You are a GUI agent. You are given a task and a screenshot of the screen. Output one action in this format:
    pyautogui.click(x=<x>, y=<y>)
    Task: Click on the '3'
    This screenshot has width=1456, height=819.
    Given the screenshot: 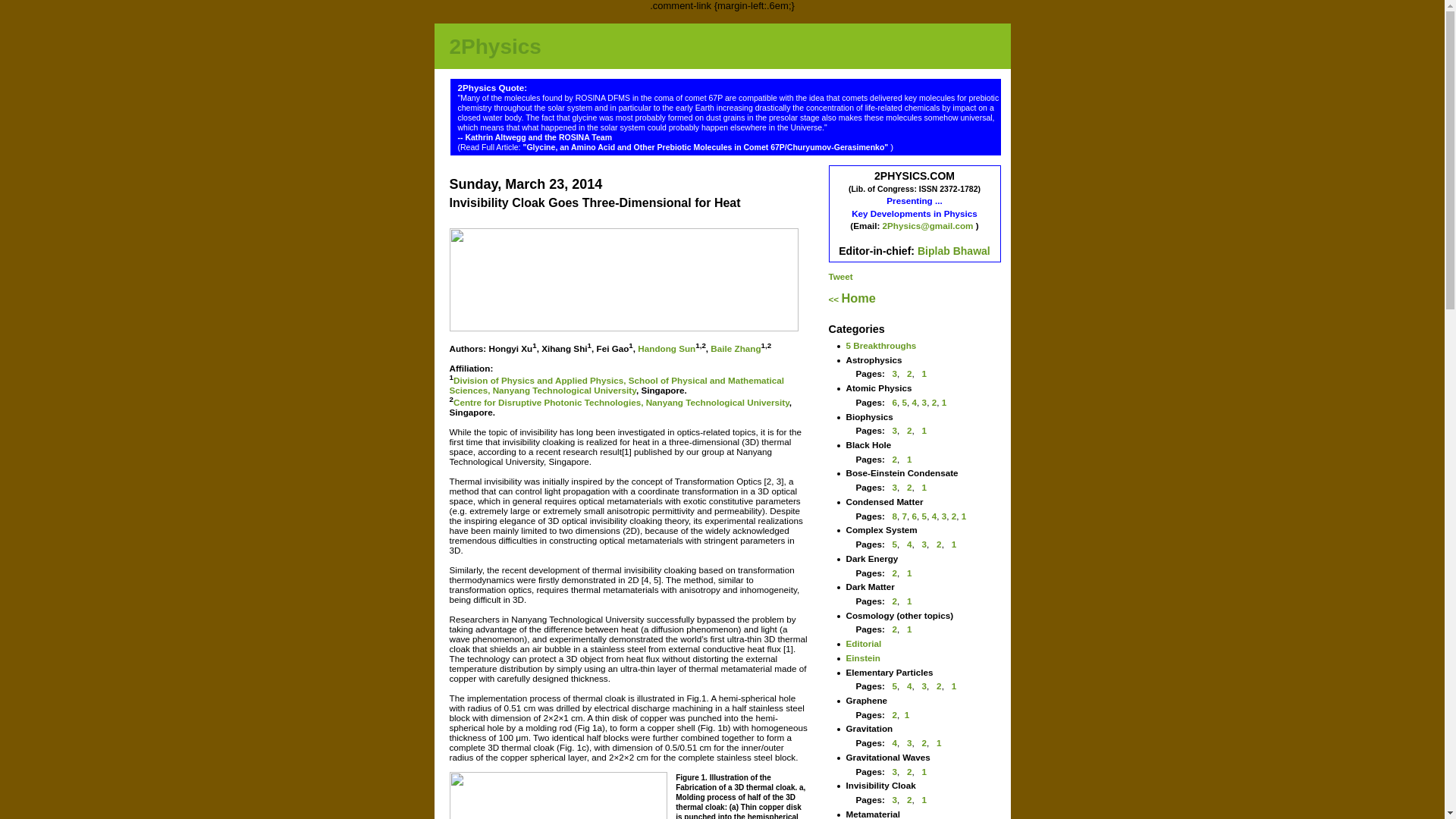 What is the action you would take?
    pyautogui.click(x=895, y=430)
    